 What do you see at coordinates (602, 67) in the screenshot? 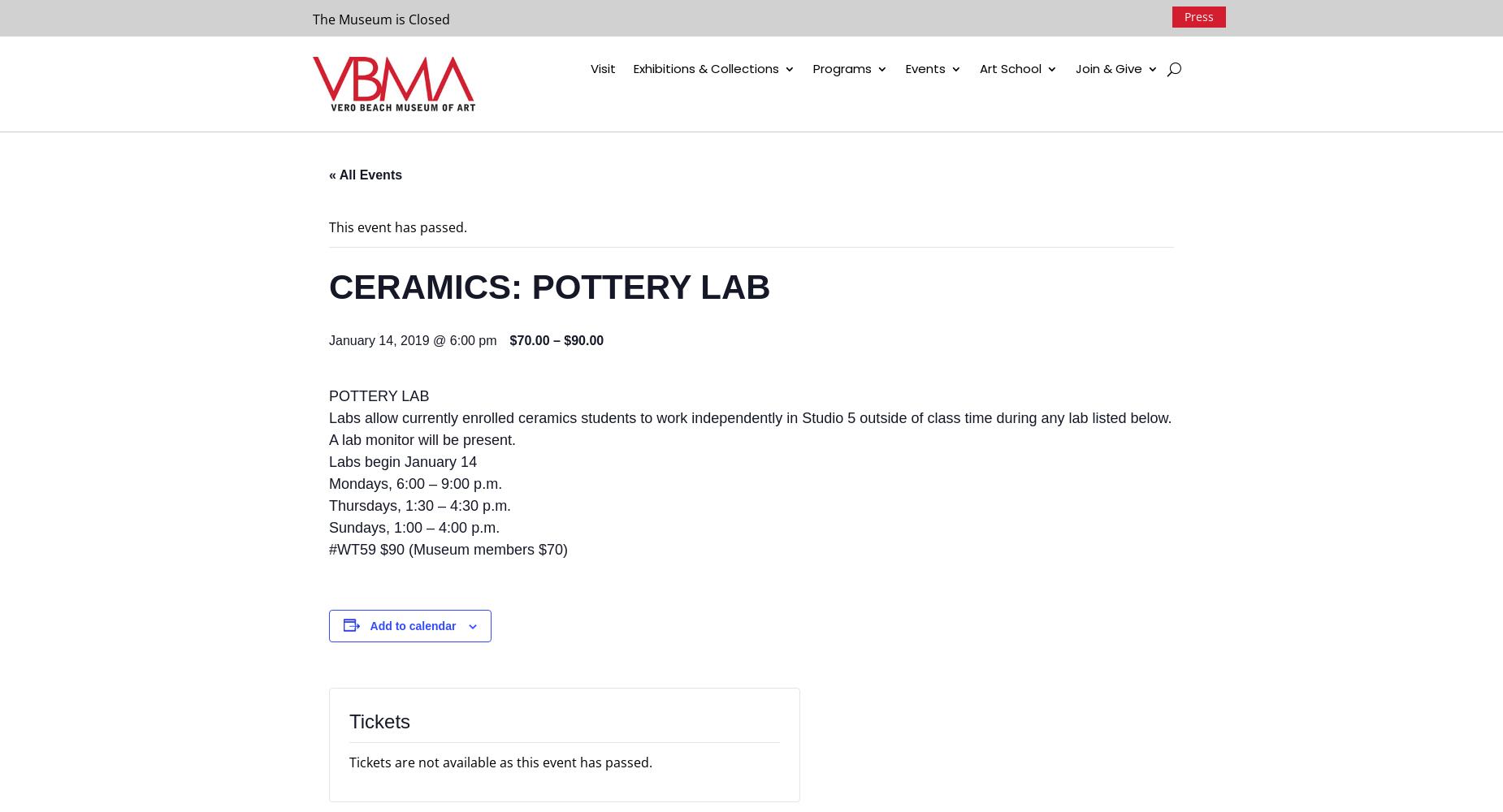
I see `'Visit'` at bounding box center [602, 67].